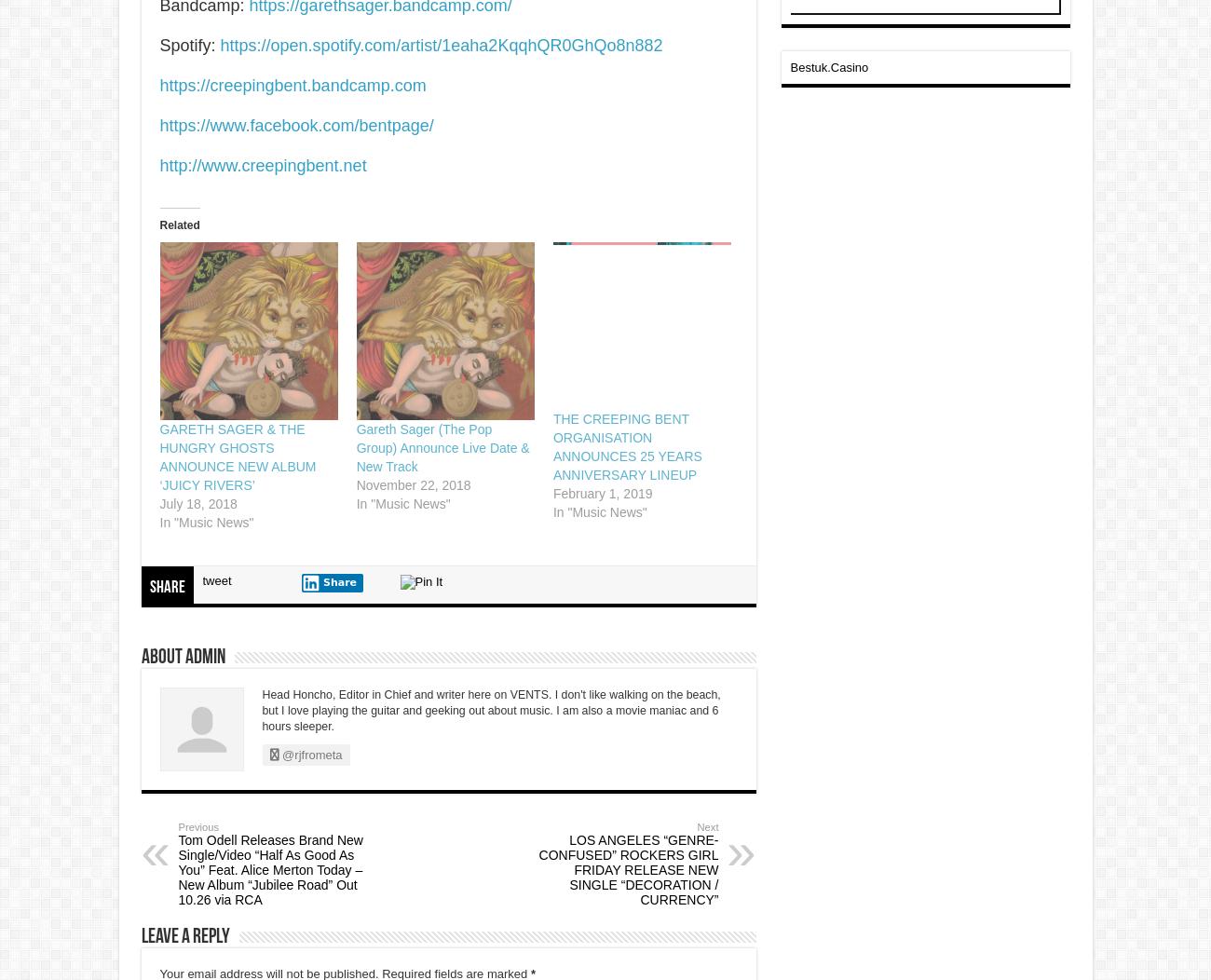 The height and width of the screenshot is (980, 1211). I want to click on 'https://open.spotify.com/artist/1eaha2KqqhQR0GhQo8n882', so click(440, 45).